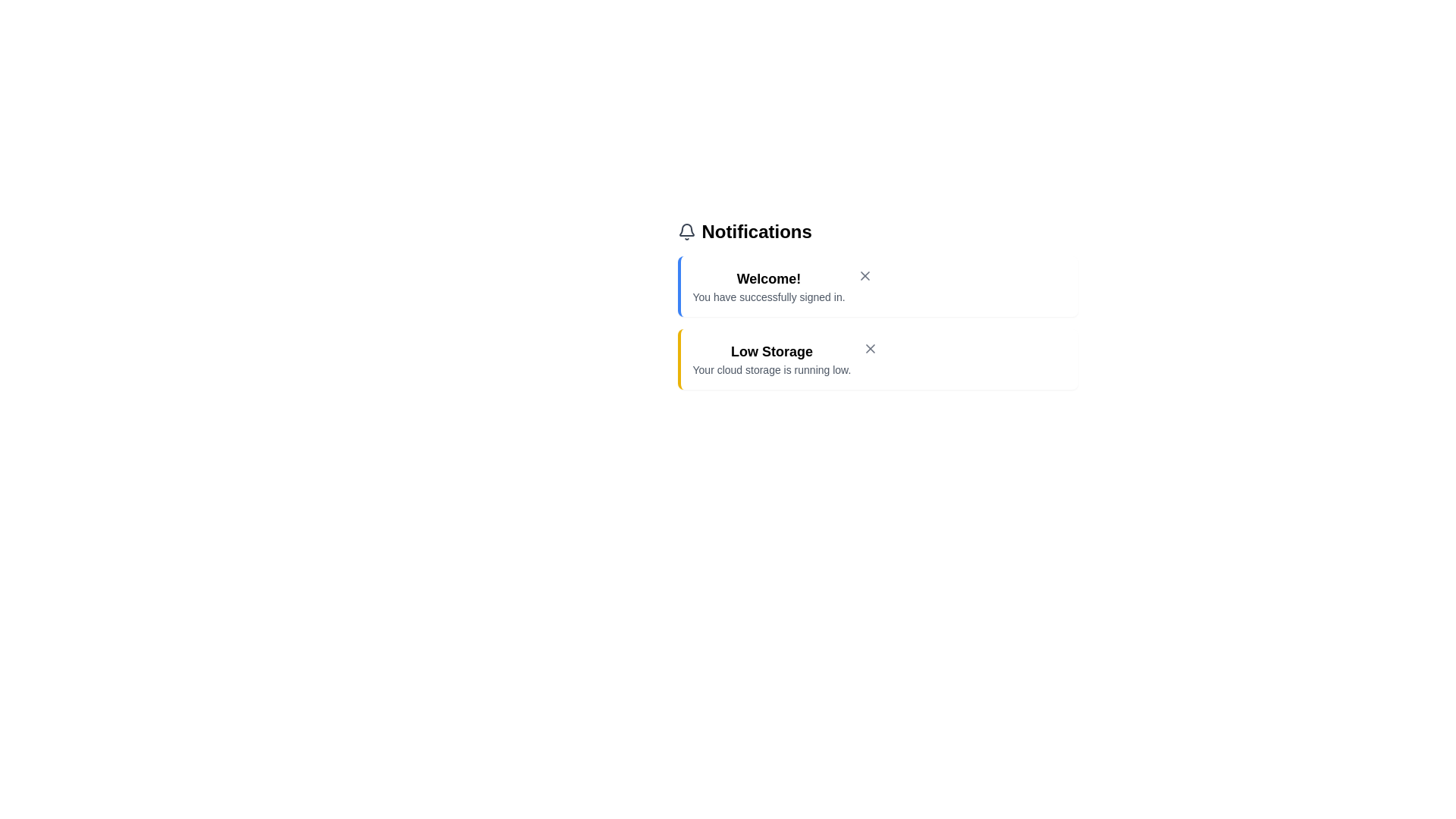 The image size is (1456, 819). Describe the element at coordinates (871, 348) in the screenshot. I see `the small 'X' button` at that location.